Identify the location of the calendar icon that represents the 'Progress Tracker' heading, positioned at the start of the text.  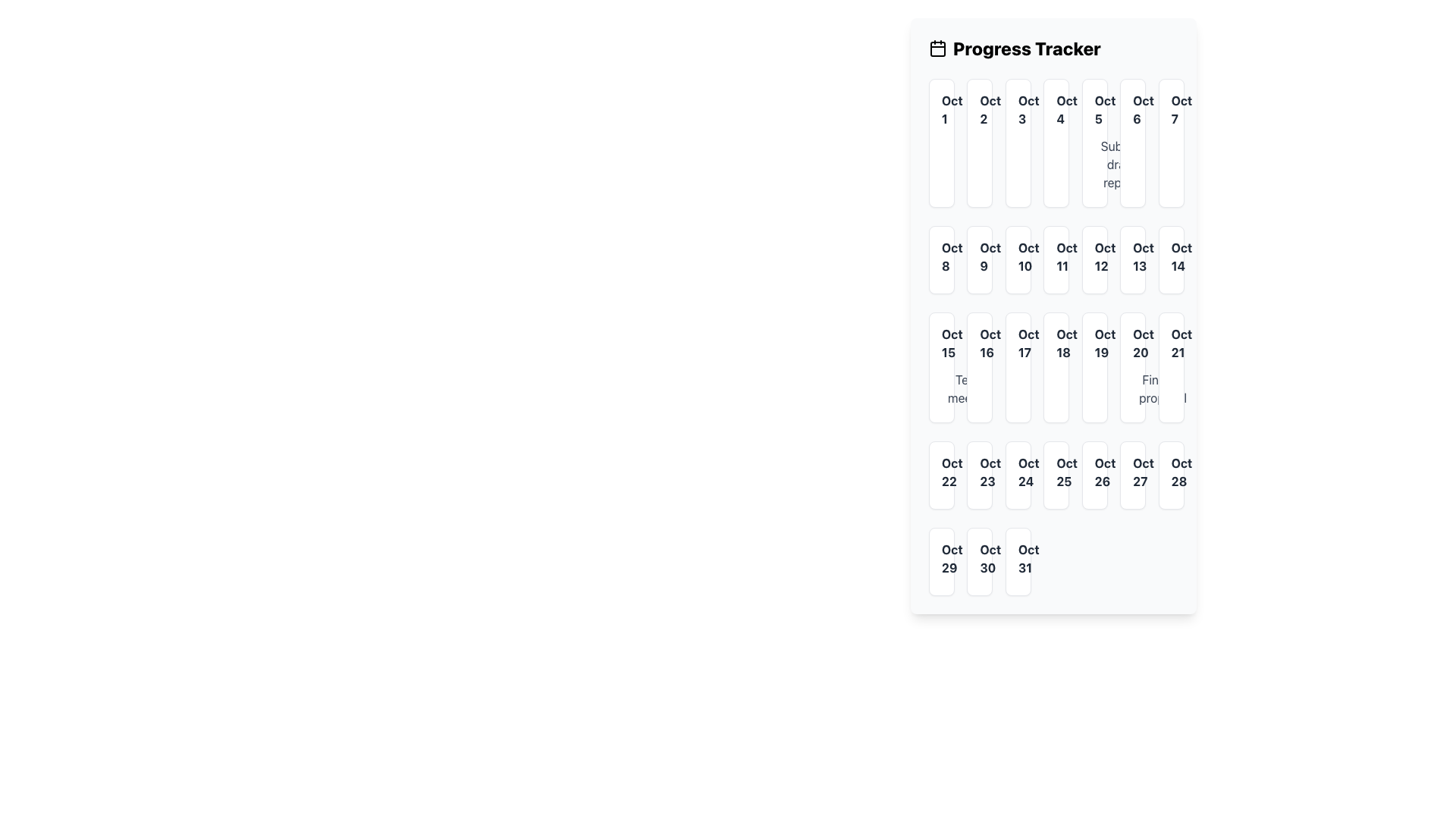
(937, 48).